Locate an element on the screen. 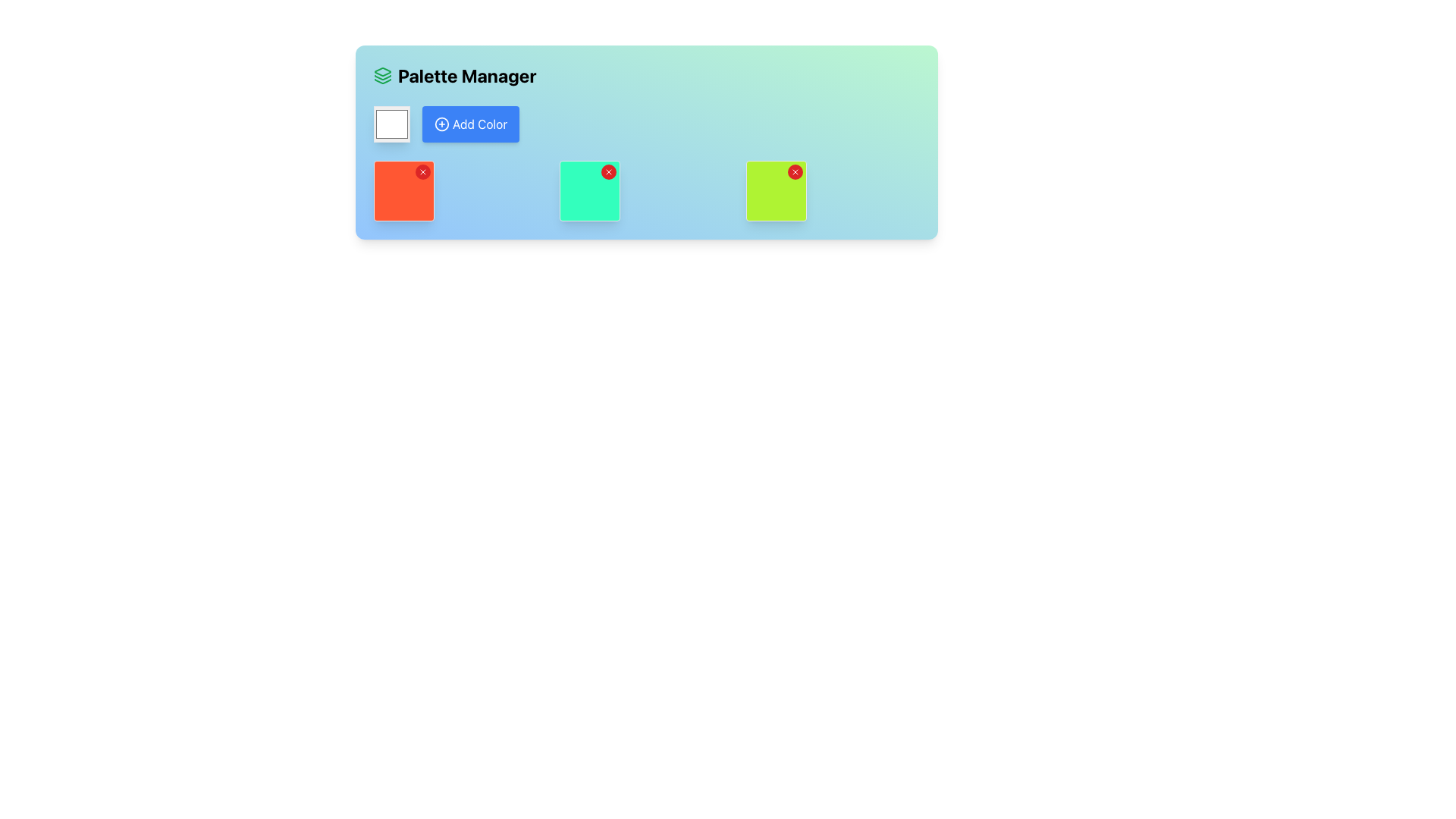 The height and width of the screenshot is (819, 1456). the first Visual Box in the color palette is located at coordinates (403, 190).